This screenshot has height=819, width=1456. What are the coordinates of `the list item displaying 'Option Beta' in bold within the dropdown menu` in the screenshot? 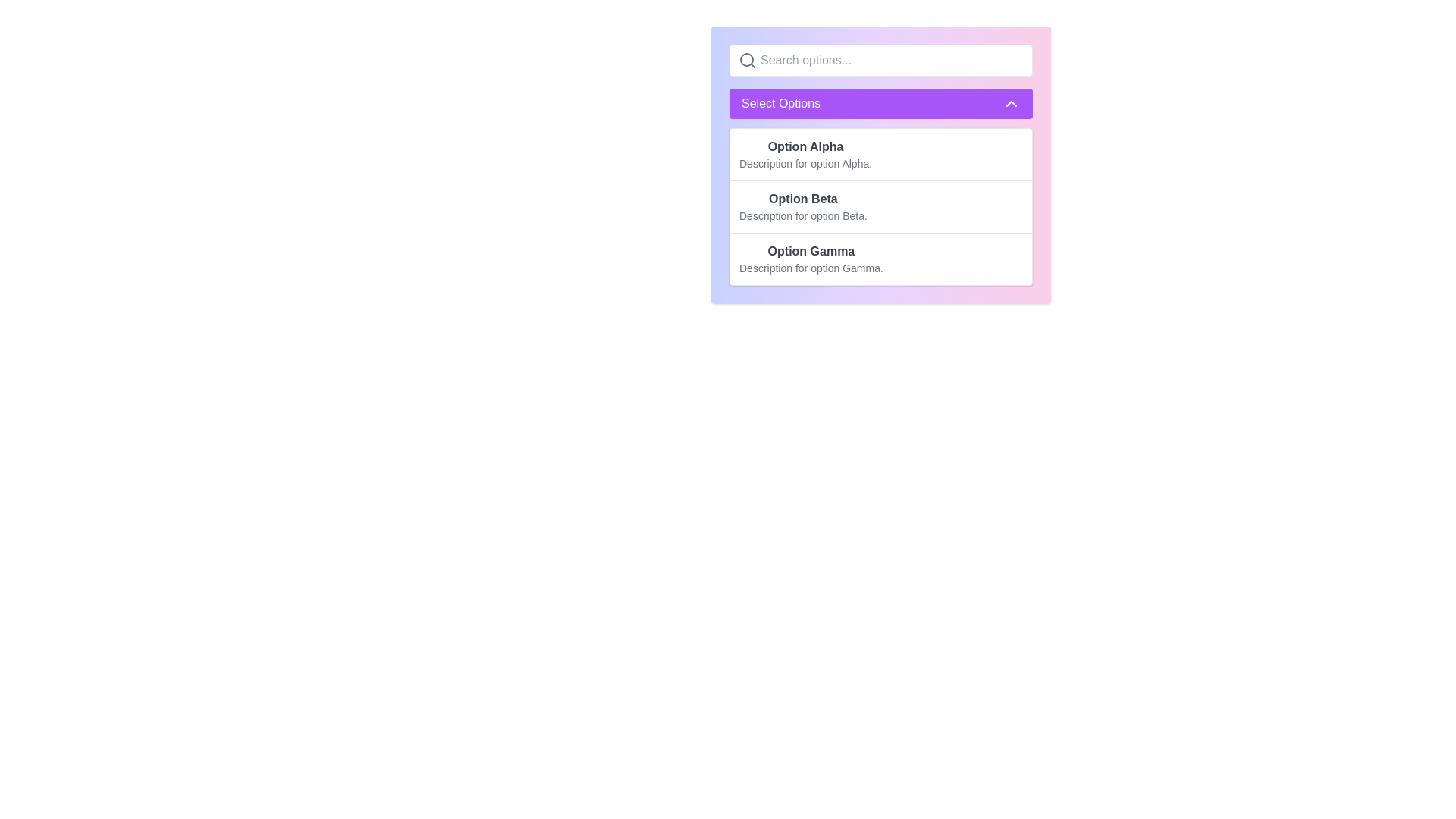 It's located at (880, 206).